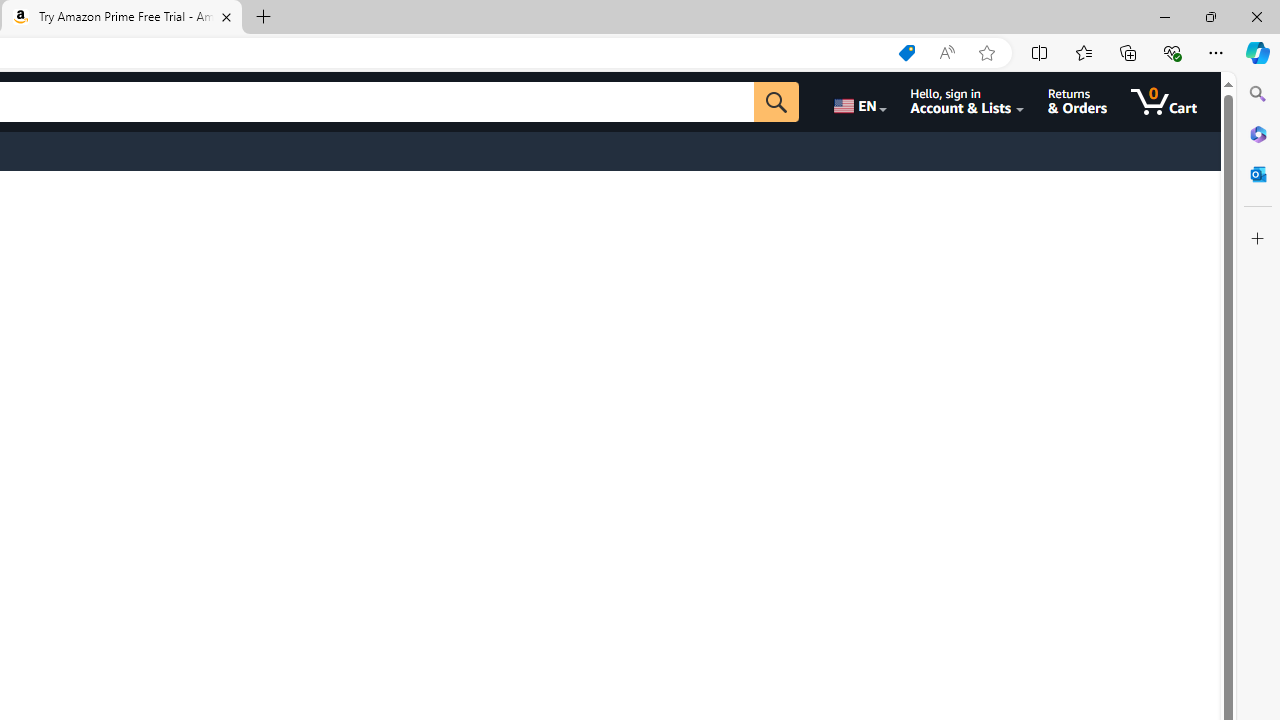 Image resolution: width=1280 pixels, height=720 pixels. What do you see at coordinates (1076, 101) in the screenshot?
I see `'Returns & Orders'` at bounding box center [1076, 101].